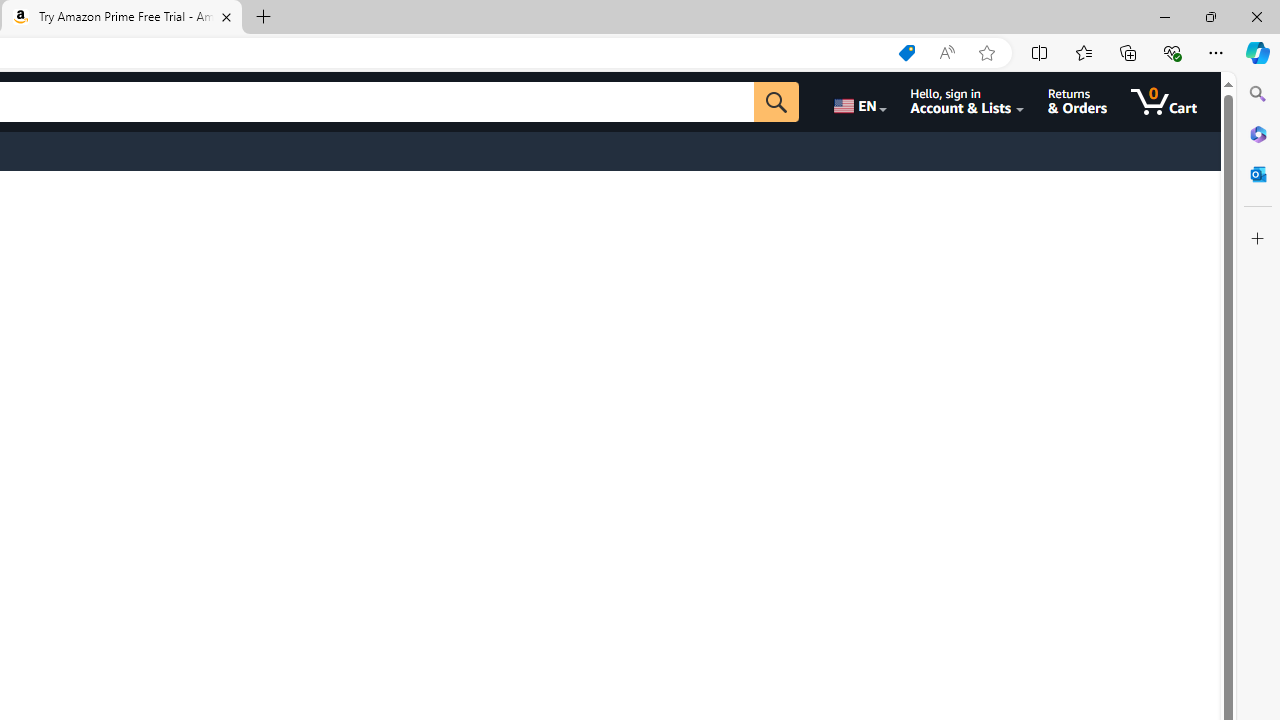 Image resolution: width=1280 pixels, height=720 pixels. What do you see at coordinates (1076, 101) in the screenshot?
I see `'Returns & Orders'` at bounding box center [1076, 101].